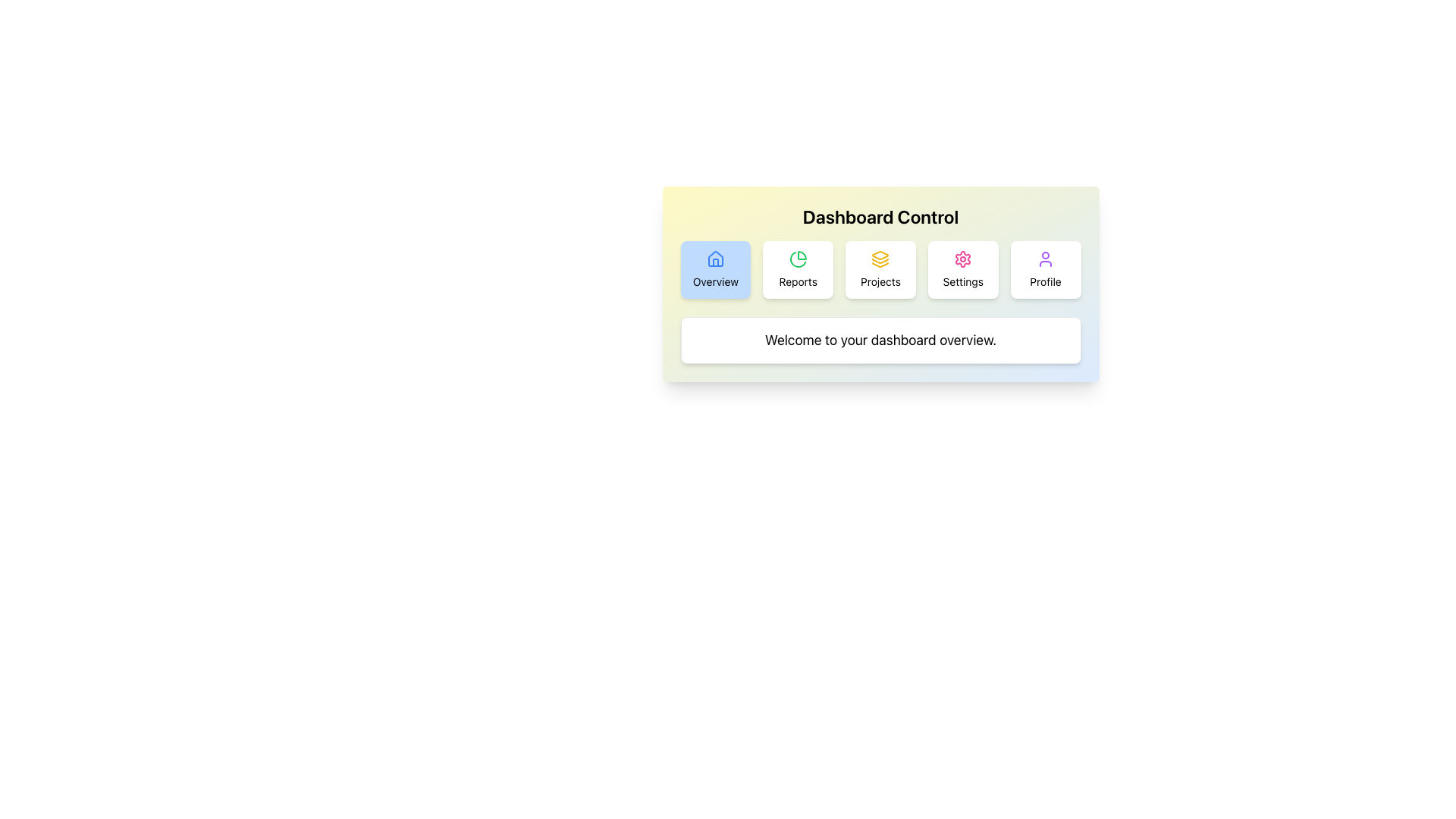 This screenshot has width=1456, height=819. What do you see at coordinates (797, 259) in the screenshot?
I see `the pie chart icon located in the 'Reports' section of the navigation bar for keyboard interaction` at bounding box center [797, 259].